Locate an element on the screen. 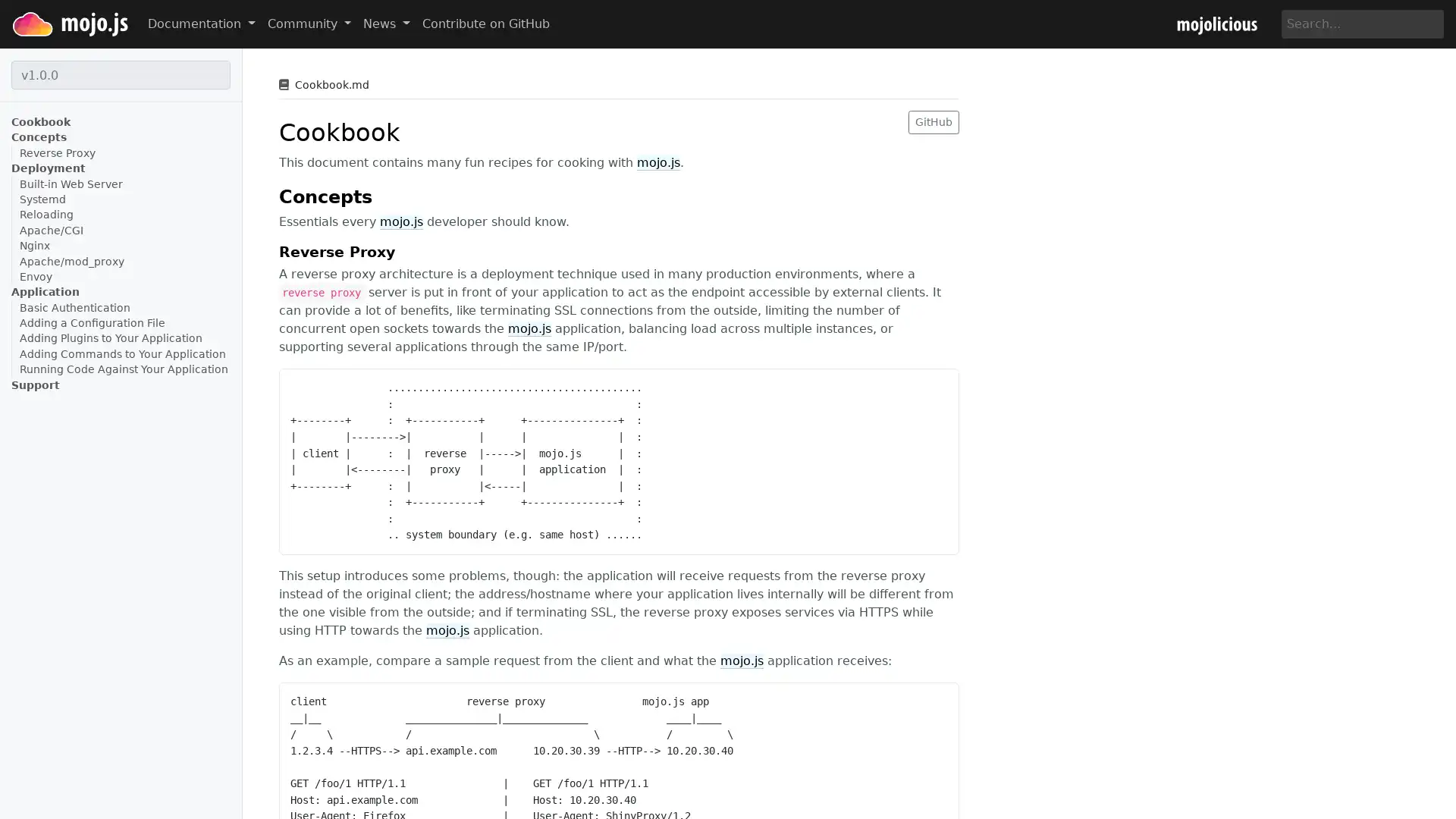 The height and width of the screenshot is (819, 1456). GitHub is located at coordinates (933, 121).